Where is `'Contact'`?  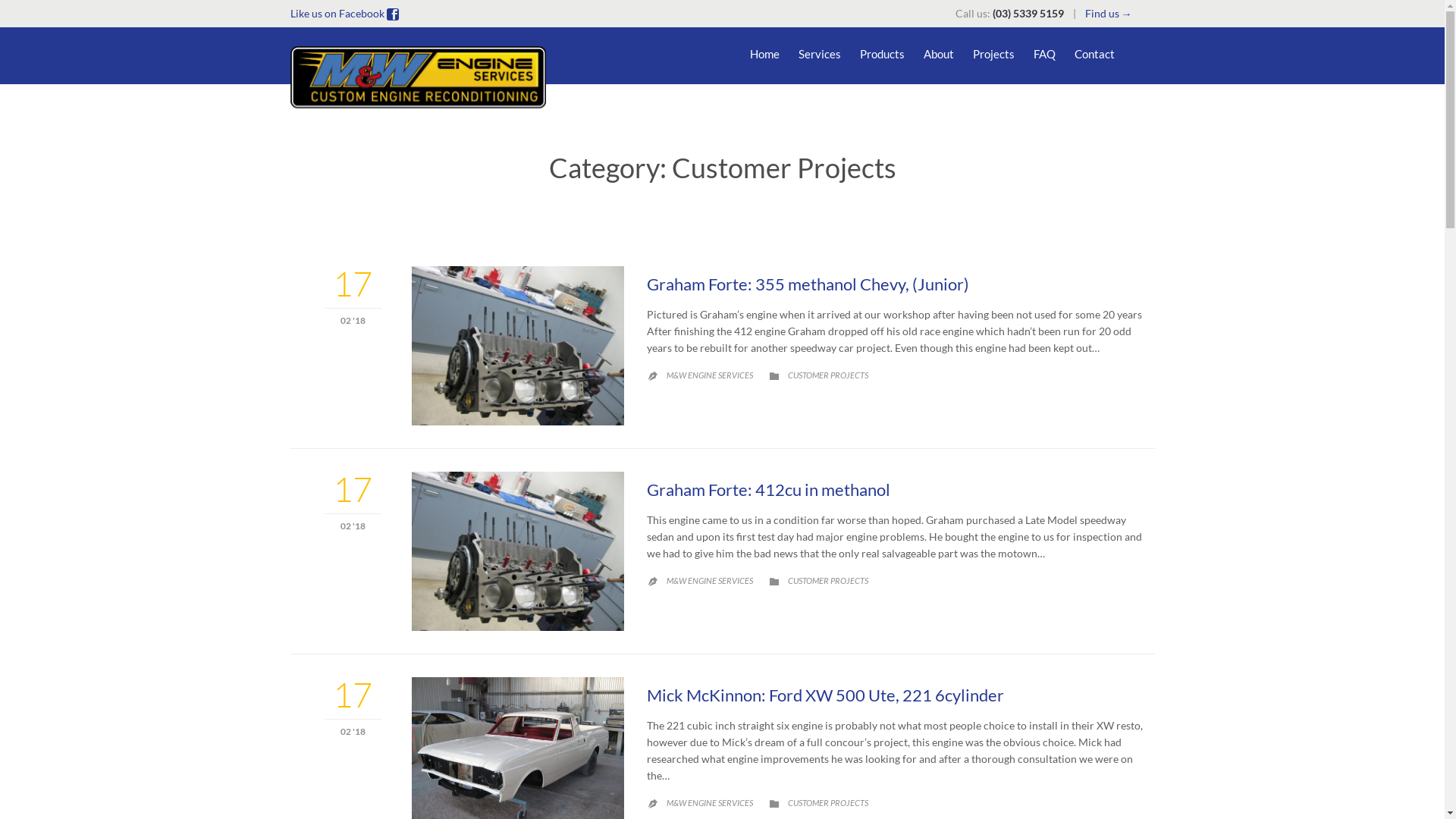
'Contact' is located at coordinates (1073, 55).